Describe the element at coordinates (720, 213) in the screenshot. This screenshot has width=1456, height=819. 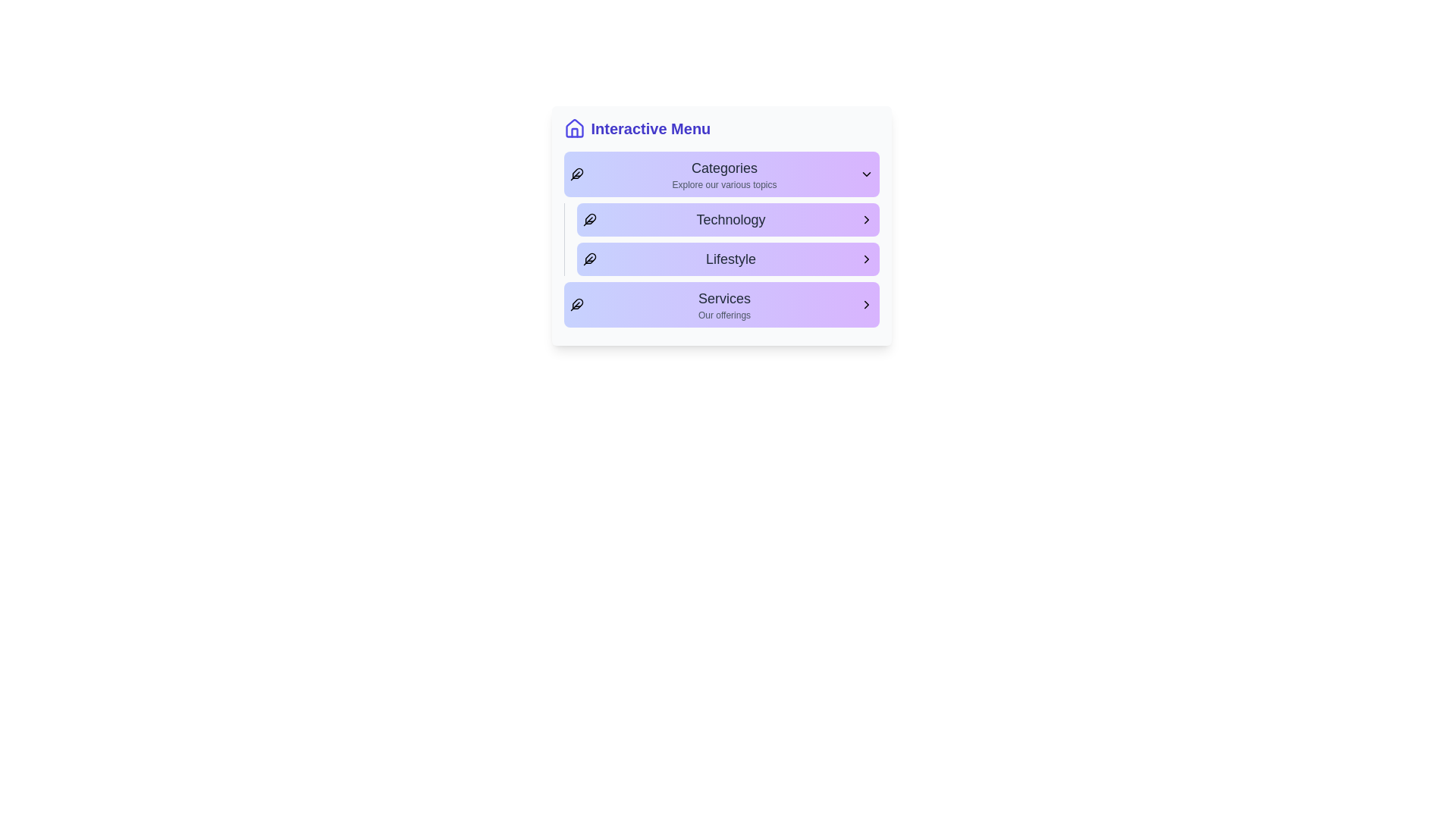
I see `the 'Technology' button, which is the second item in the list of the menu component located beneath 'Categories' and above 'Lifestyle'` at that location.